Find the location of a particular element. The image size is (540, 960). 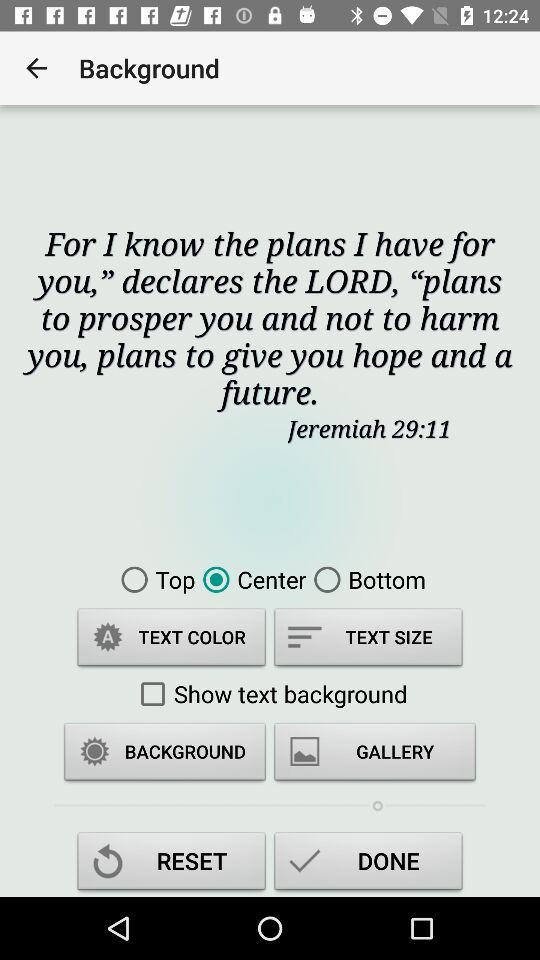

the reset item is located at coordinates (171, 863).